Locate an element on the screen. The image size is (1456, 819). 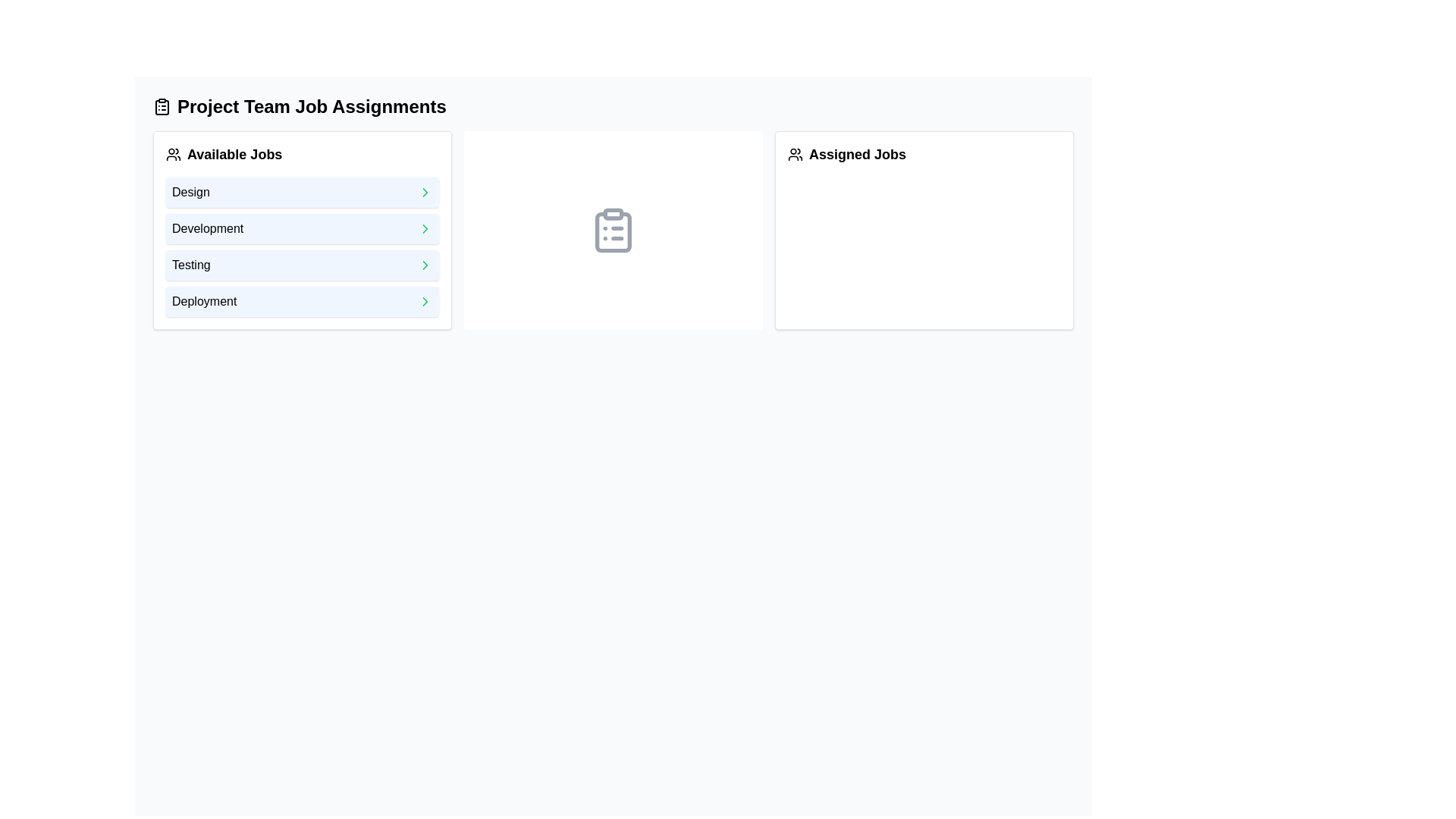
the 'Deployment' button, which is a rectangular button with a light blue background and rounded edges, located under the 'Testing' button in the 'Available Jobs' panel is located at coordinates (302, 301).